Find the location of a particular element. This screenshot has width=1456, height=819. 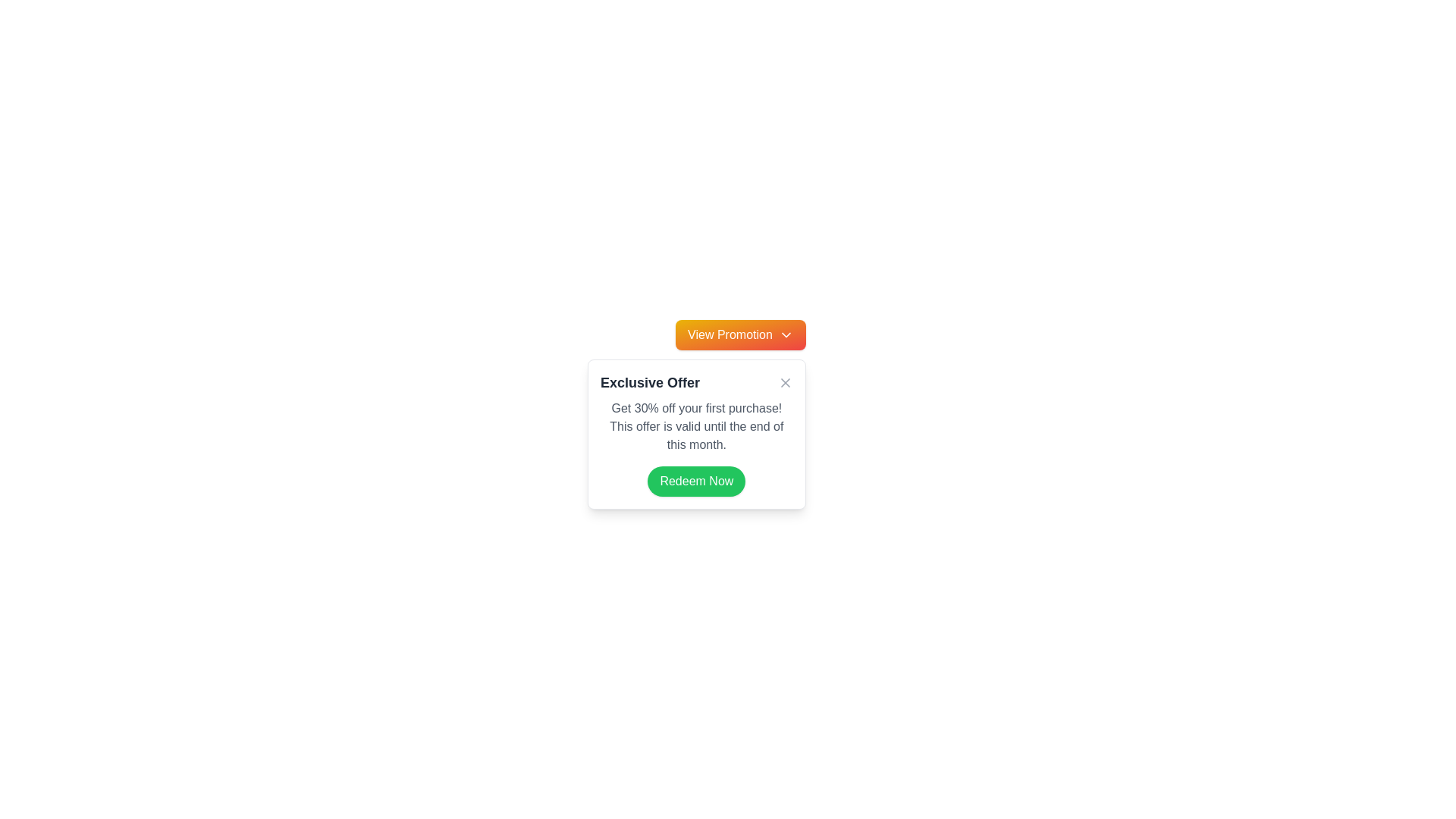

the button labeled 'Start Redemption' located at the bottom of the 'Exclusive Offer' notice box to change its background color to a darker green is located at coordinates (695, 482).